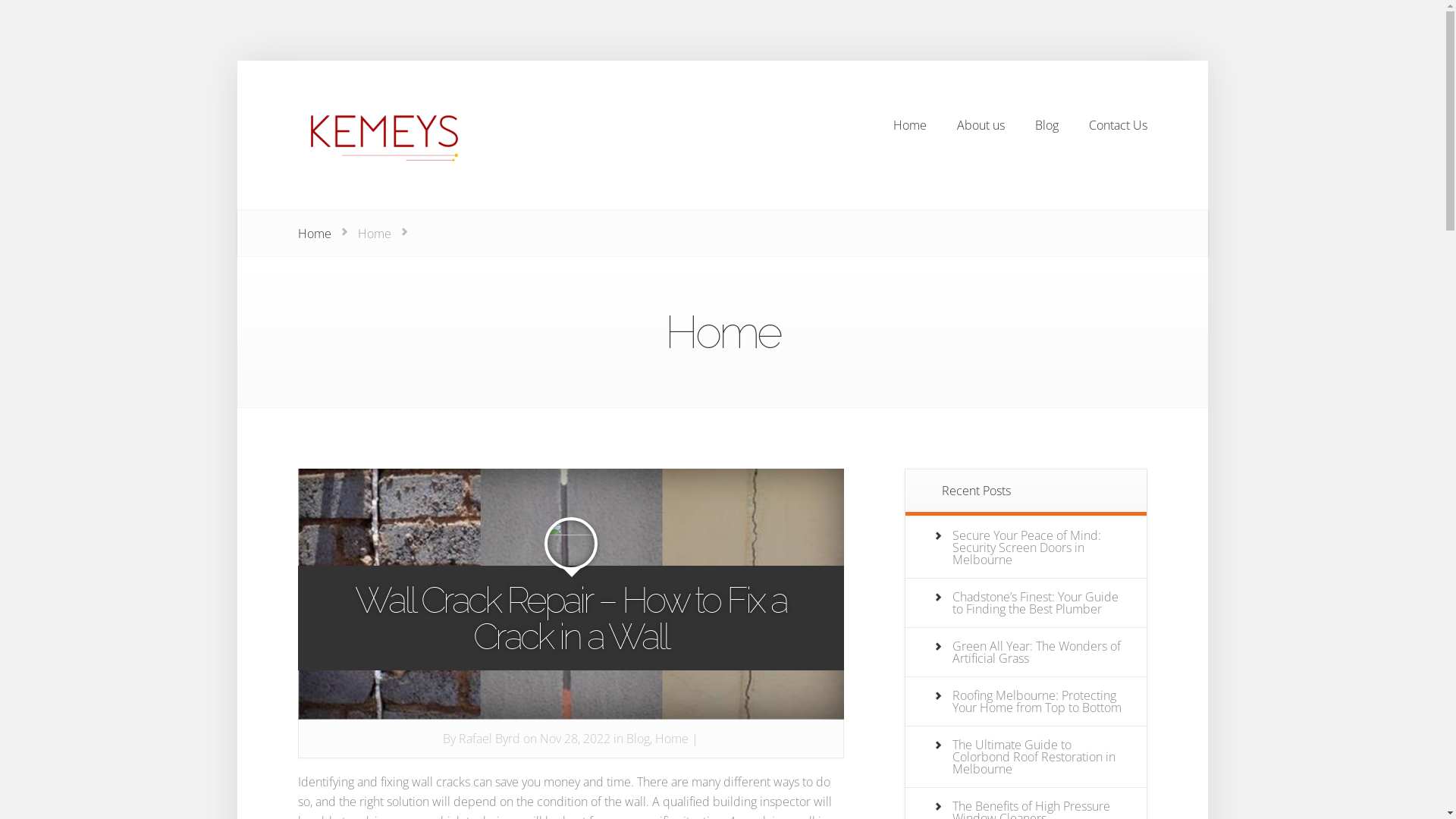  Describe the element at coordinates (671, 738) in the screenshot. I see `'Home'` at that location.